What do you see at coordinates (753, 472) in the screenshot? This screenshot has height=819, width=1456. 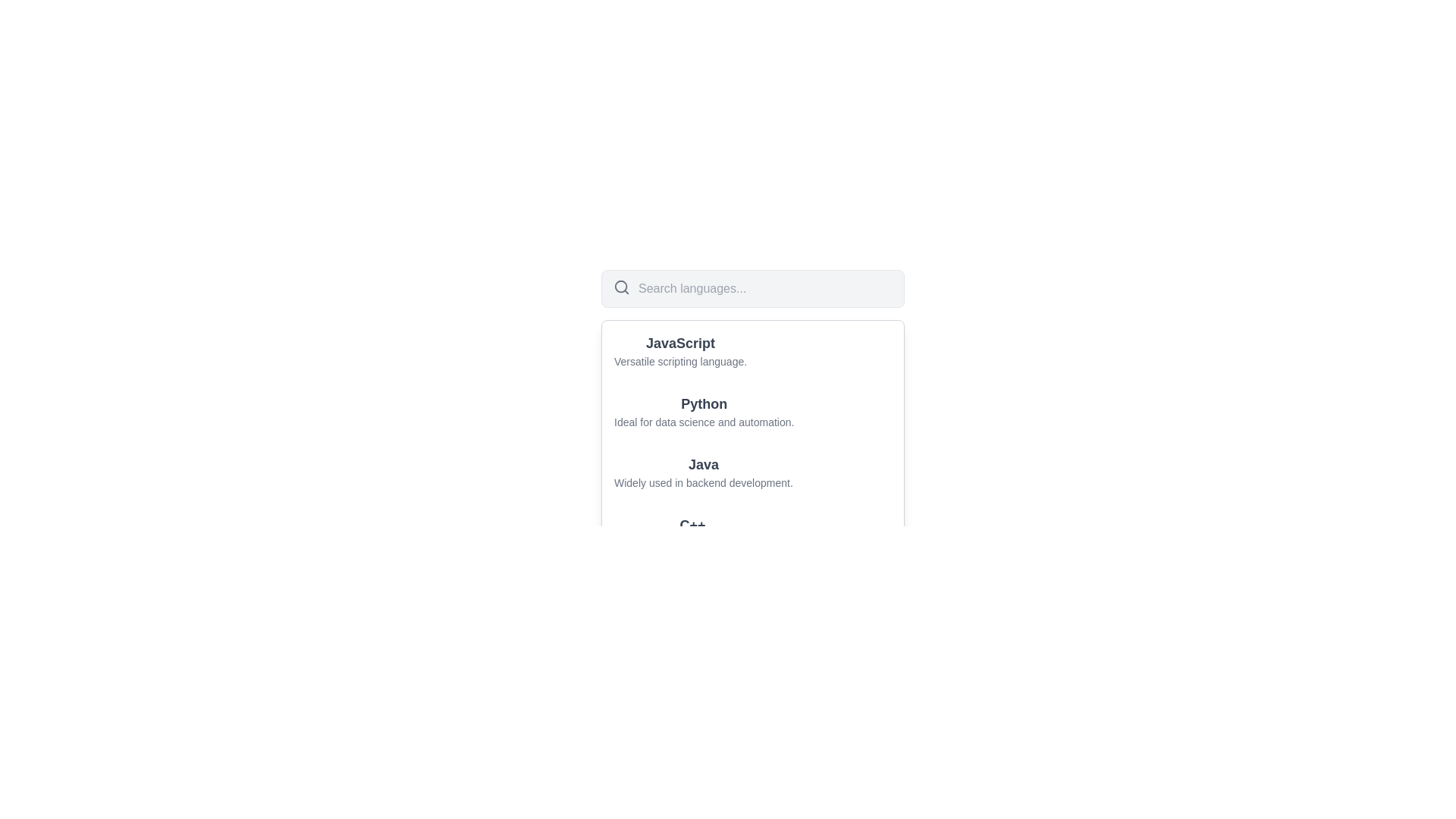 I see `the text block describing Java, which is the third item in a vertically stacked list of programming languages, located between the descriptions for Python and C++` at bounding box center [753, 472].